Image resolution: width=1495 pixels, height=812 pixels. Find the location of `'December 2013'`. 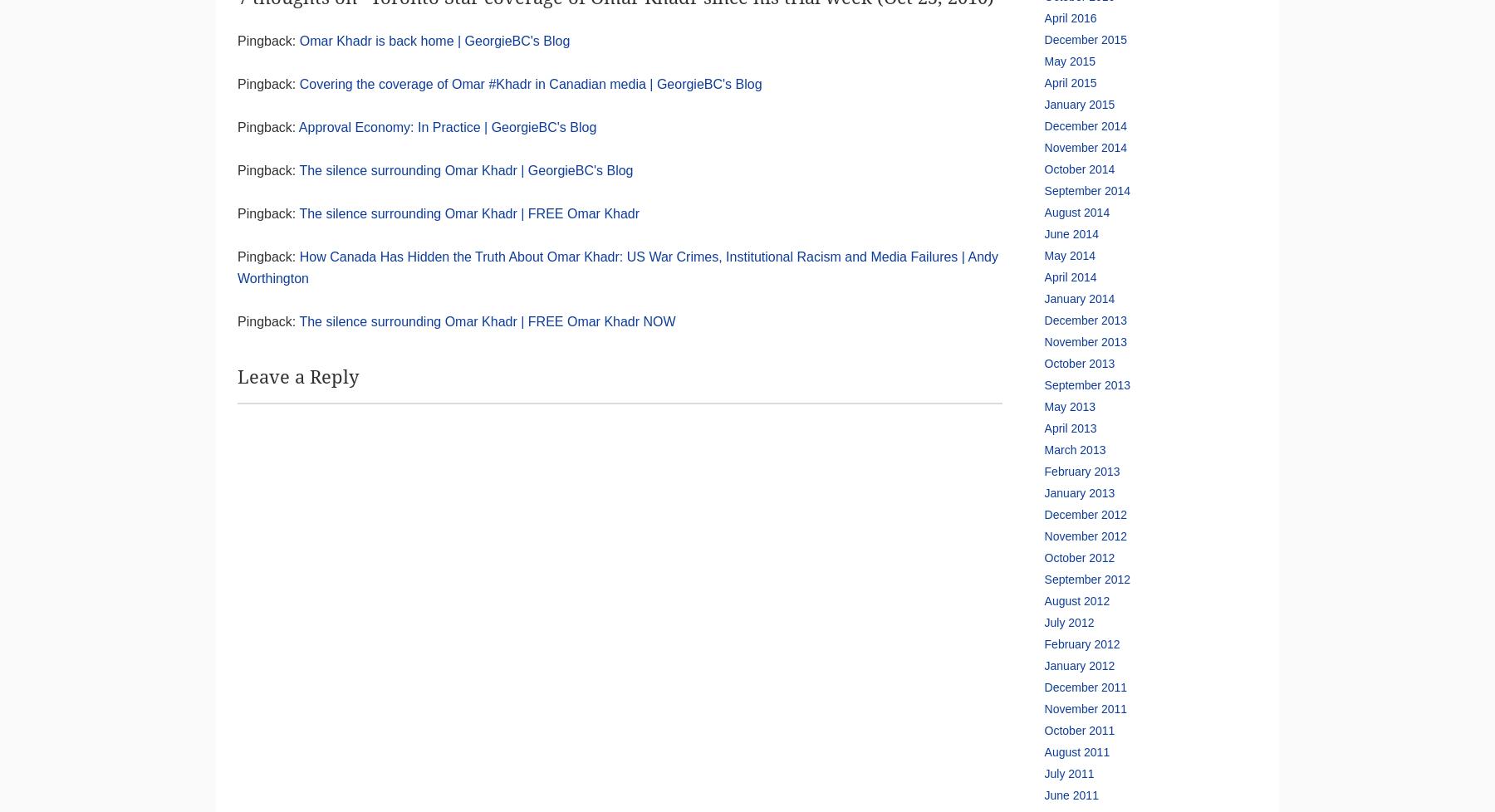

'December 2013' is located at coordinates (1085, 320).